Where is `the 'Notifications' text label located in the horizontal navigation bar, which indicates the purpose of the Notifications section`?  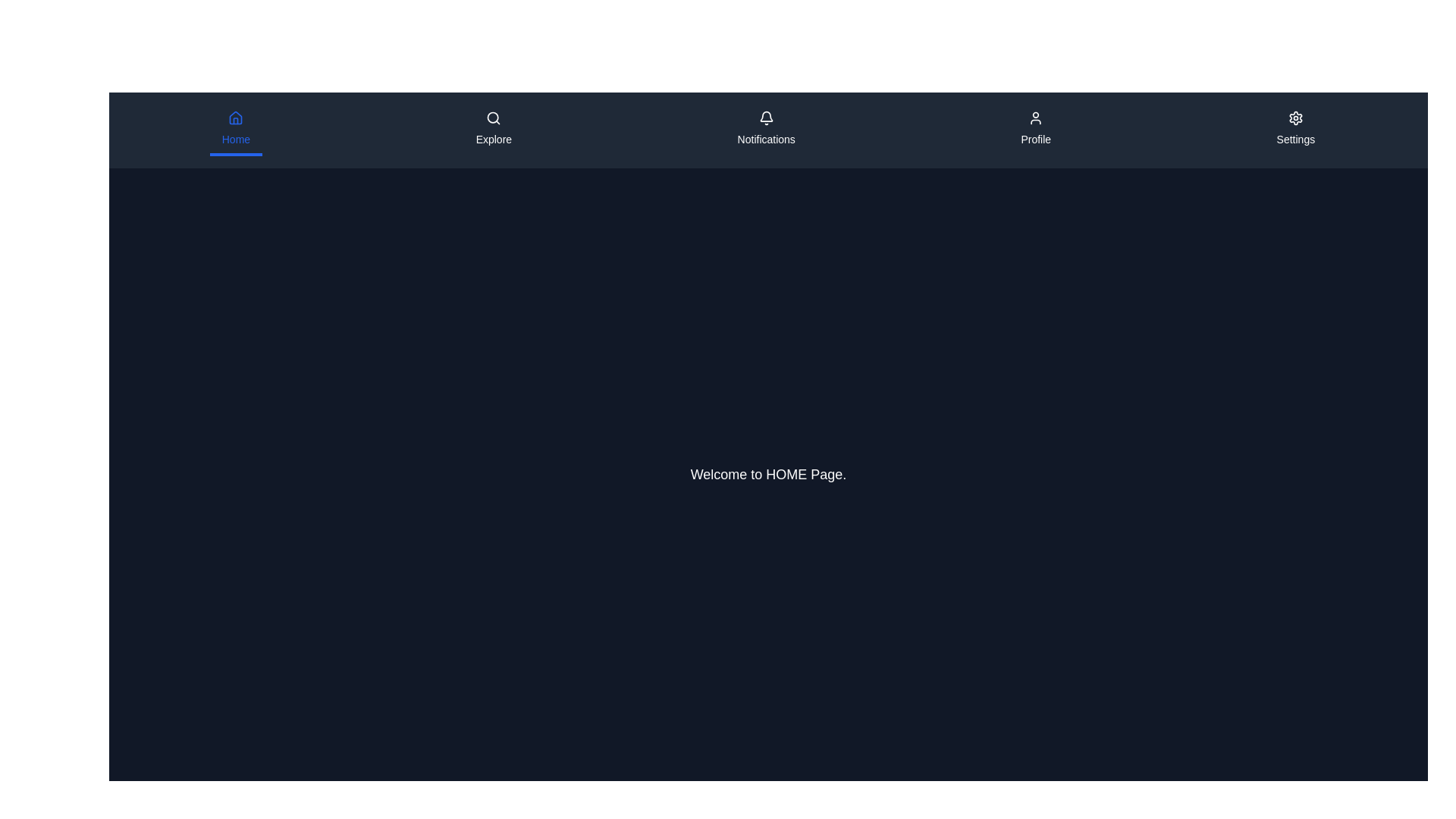 the 'Notifications' text label located in the horizontal navigation bar, which indicates the purpose of the Notifications section is located at coordinates (766, 140).